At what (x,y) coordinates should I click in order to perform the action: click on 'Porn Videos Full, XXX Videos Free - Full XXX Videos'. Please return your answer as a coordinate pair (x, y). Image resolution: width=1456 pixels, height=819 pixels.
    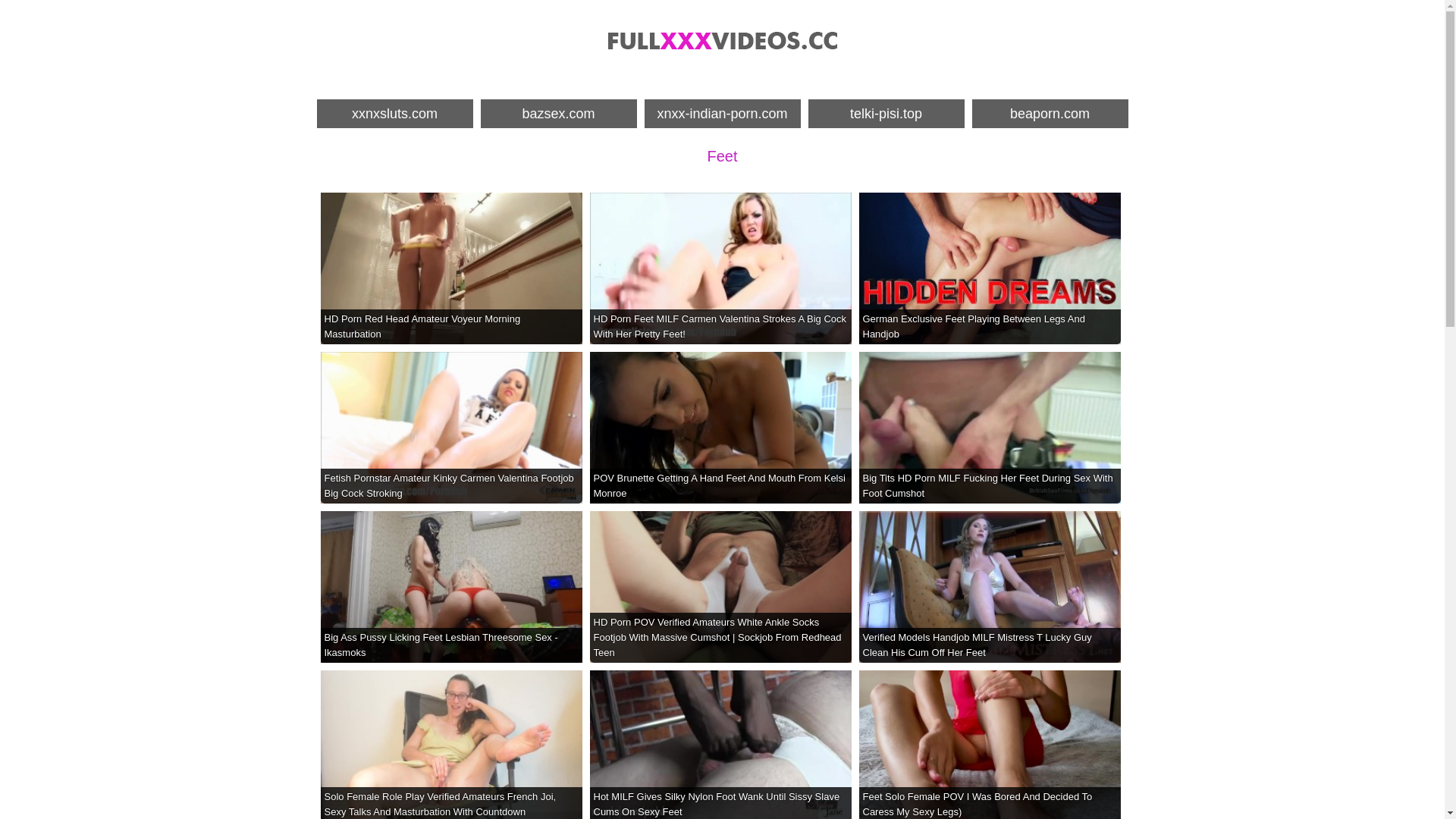
    Looking at the image, I should click on (720, 39).